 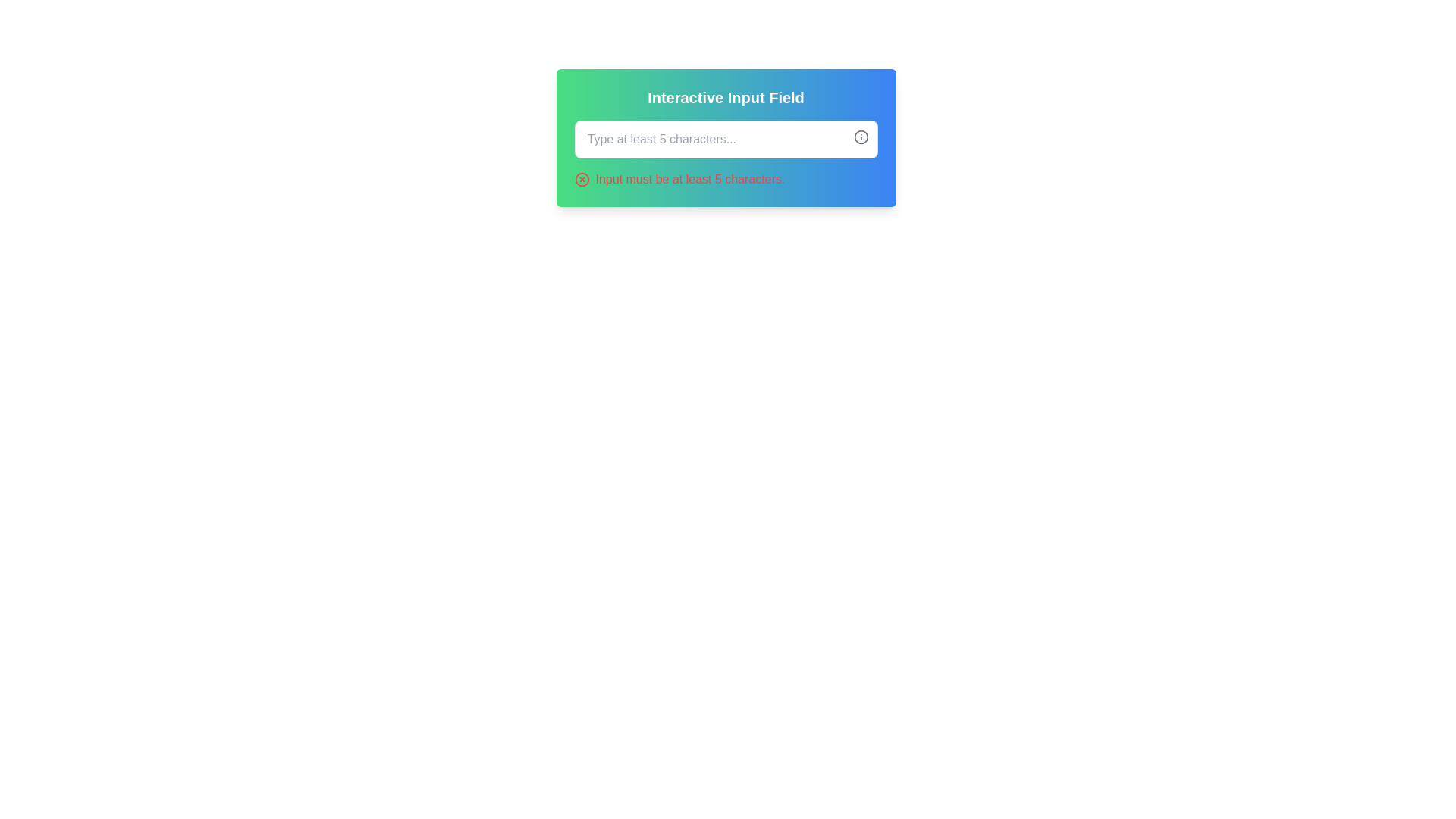 I want to click on validation message located below the input field, which provides feedback about the user's input requirements, so click(x=679, y=178).